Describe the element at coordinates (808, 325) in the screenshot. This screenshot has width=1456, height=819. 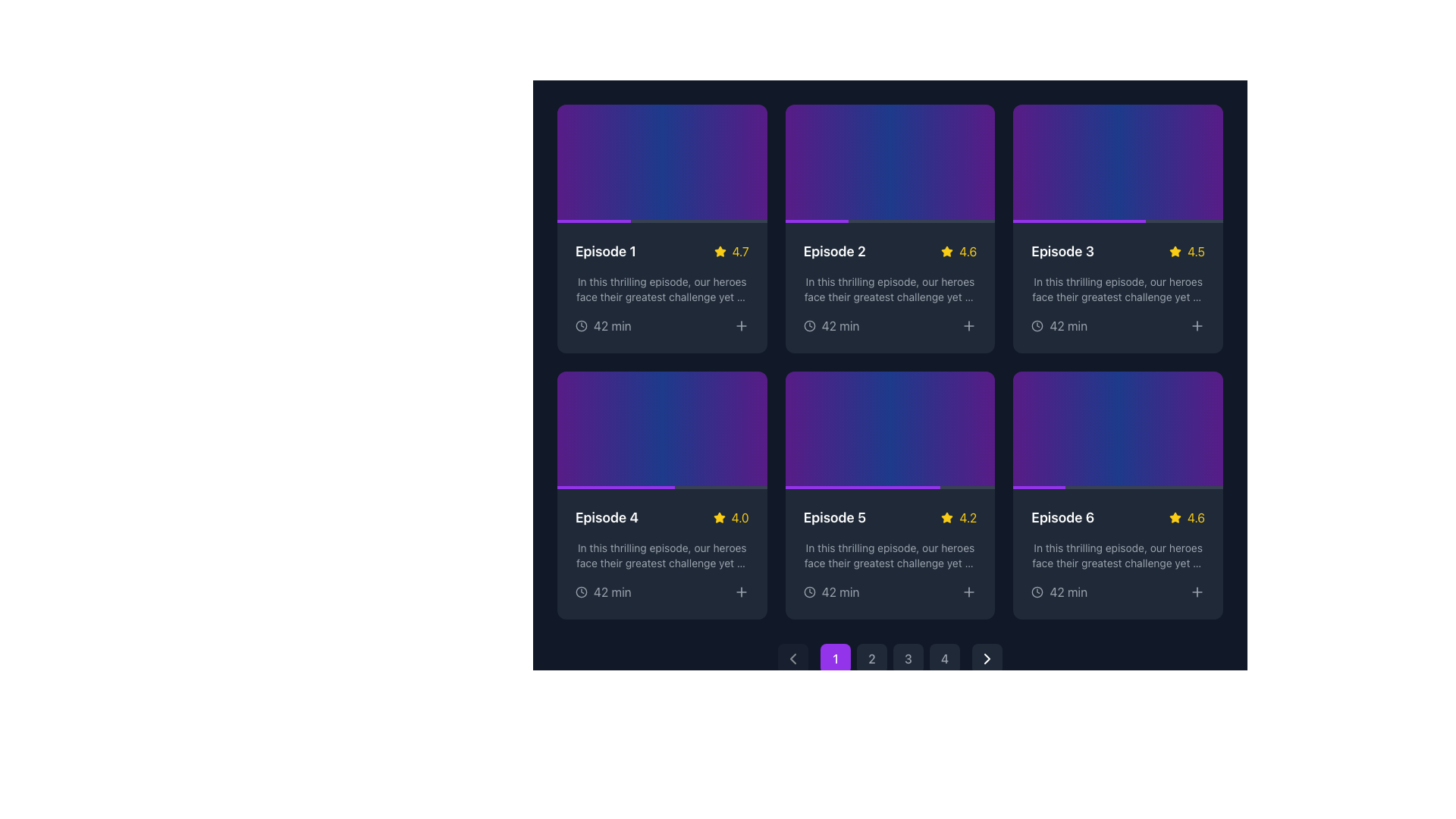
I see `the circular clock icon located in the bottom section of the card for Episode 2, positioned to the left of the '42 min' text` at that location.